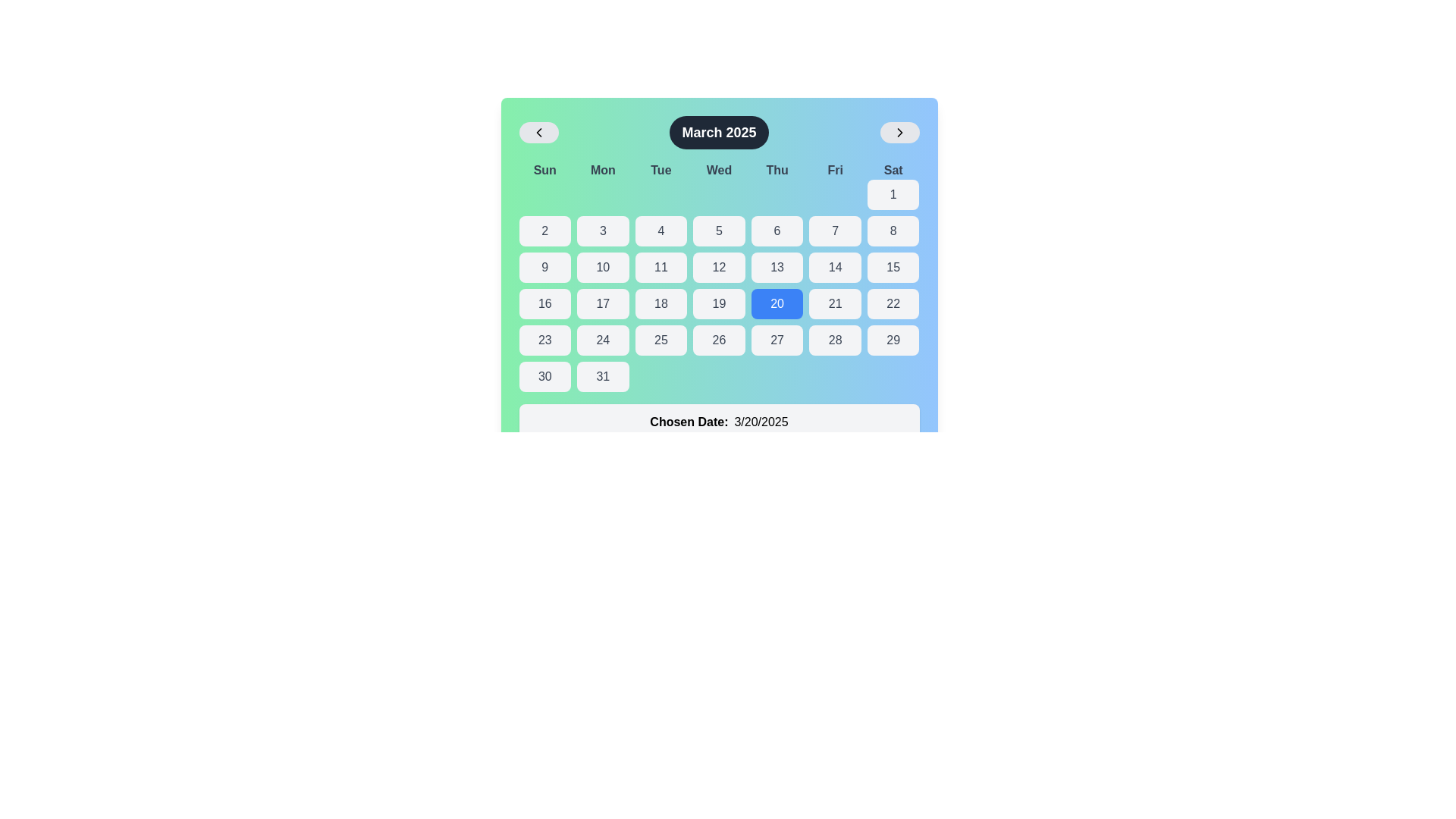  Describe the element at coordinates (834, 304) in the screenshot. I see `the button representing the 21st day of March 2025 in the calendar` at that location.